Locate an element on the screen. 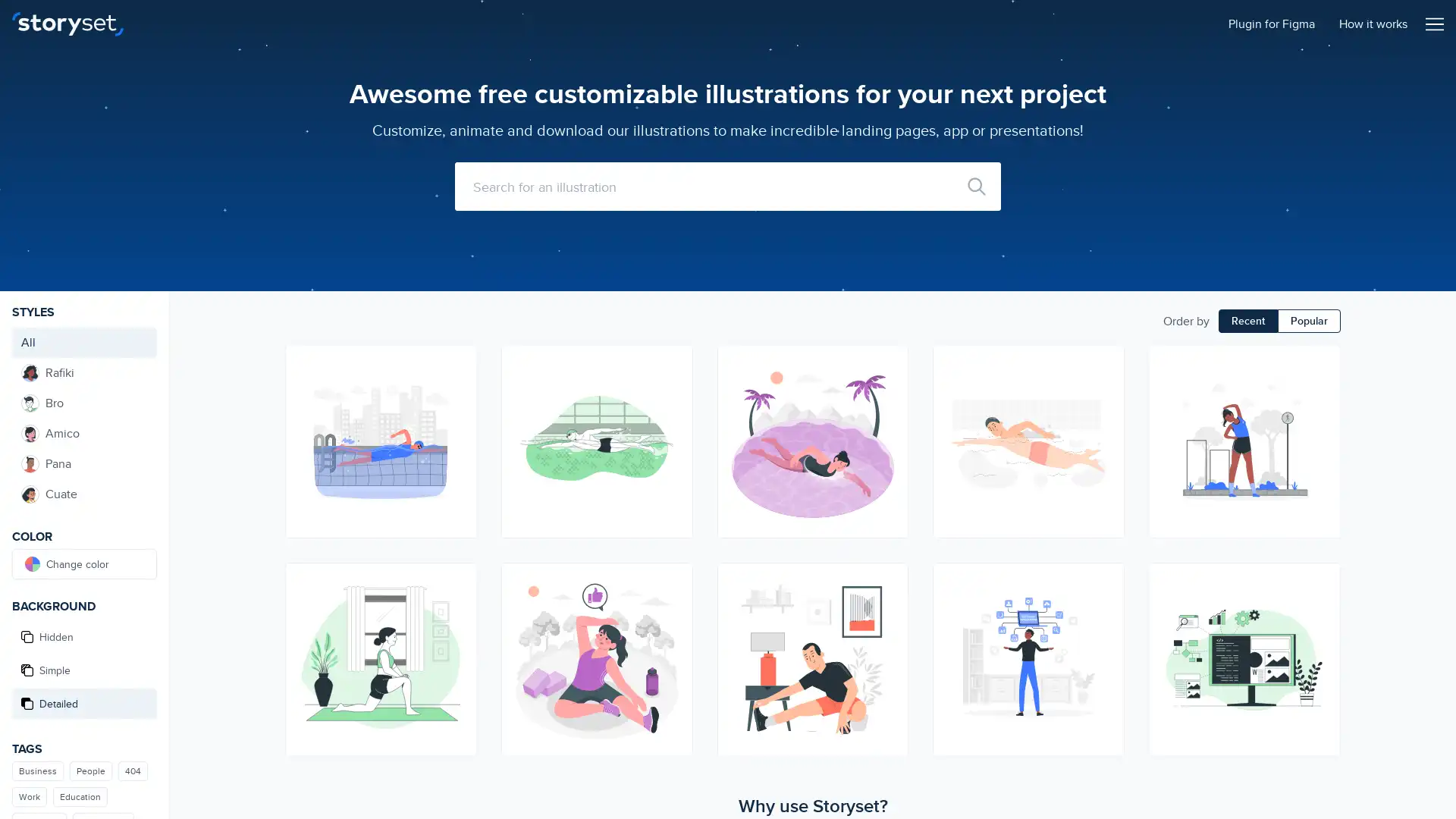 The image size is (1456, 819). wand icon Animate is located at coordinates (457, 363).